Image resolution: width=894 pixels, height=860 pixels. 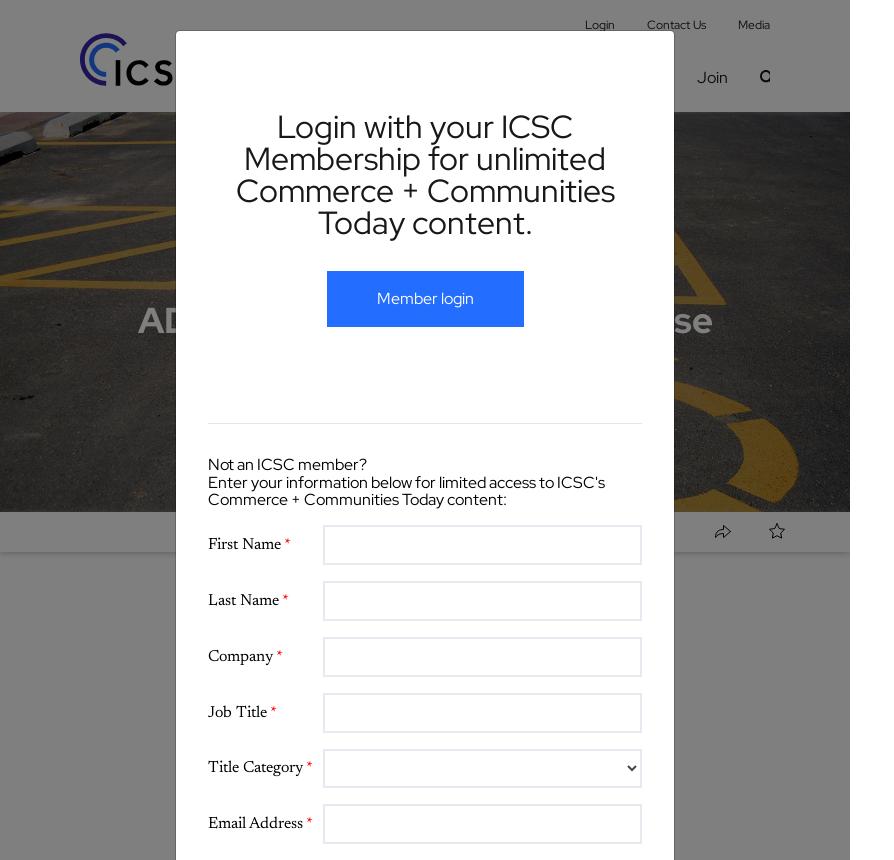 What do you see at coordinates (256, 822) in the screenshot?
I see `'Email Address'` at bounding box center [256, 822].